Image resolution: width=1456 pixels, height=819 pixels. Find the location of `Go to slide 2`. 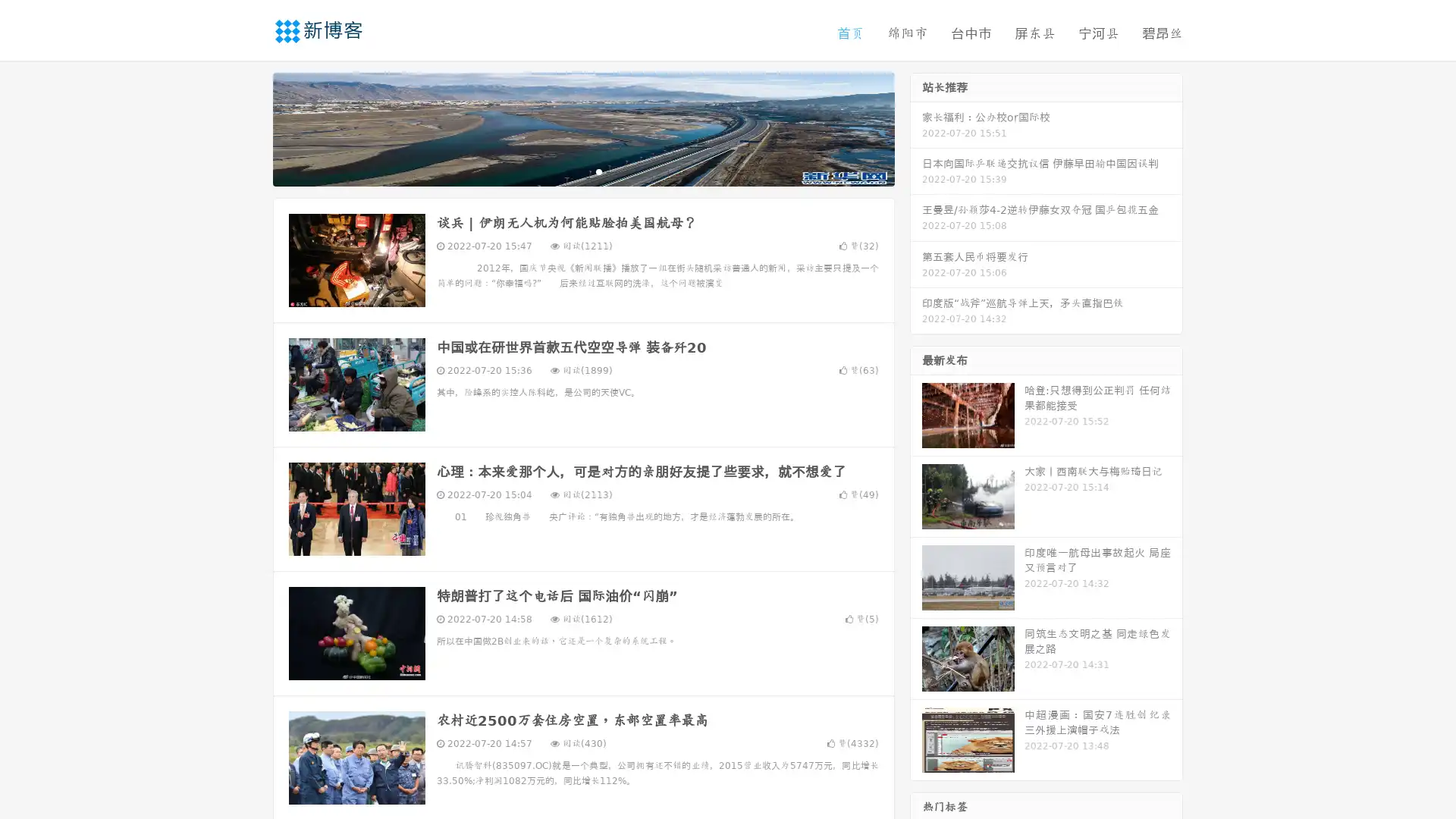

Go to slide 2 is located at coordinates (582, 171).